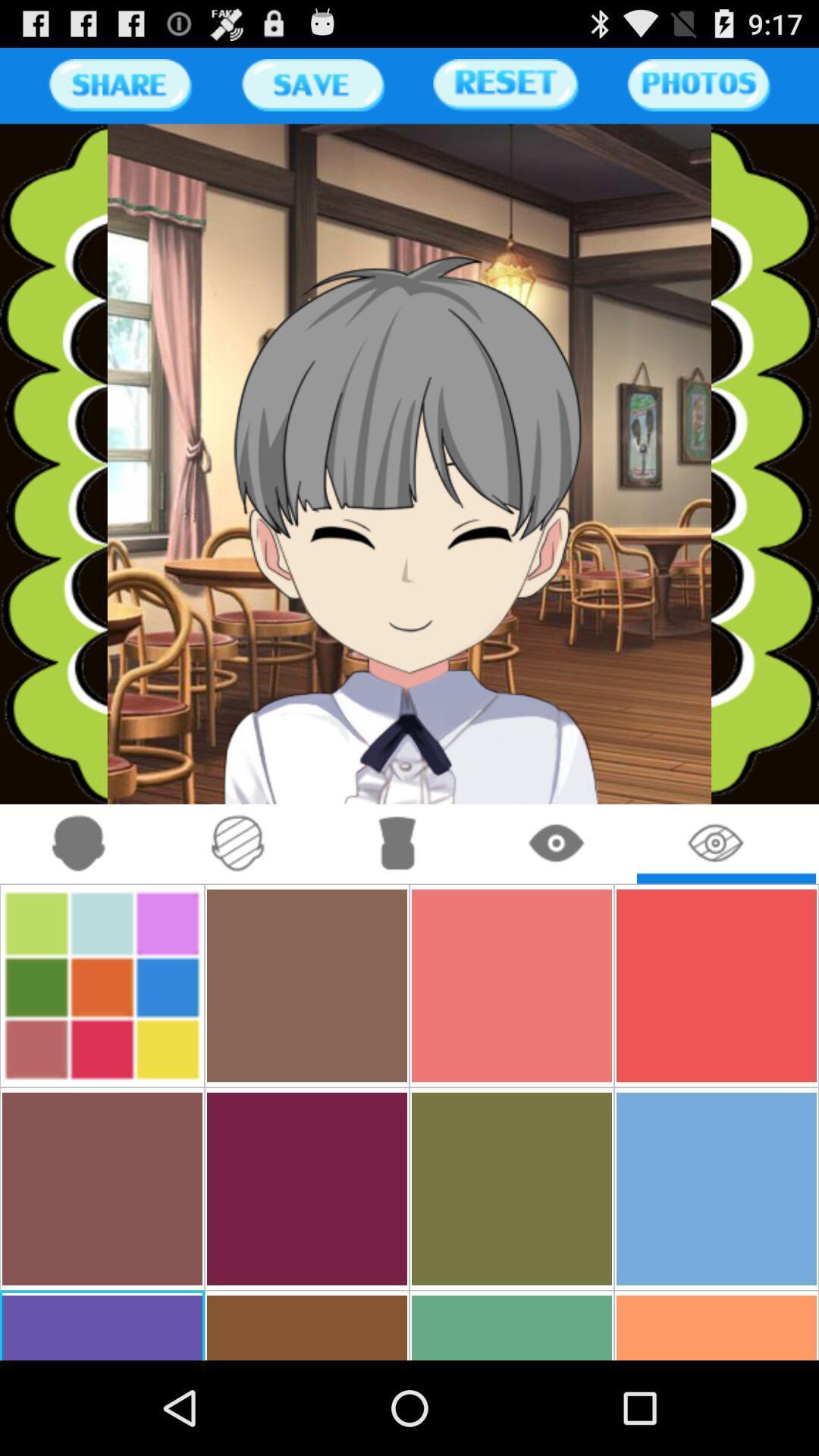 The image size is (819, 1456). I want to click on avatar, so click(79, 843).